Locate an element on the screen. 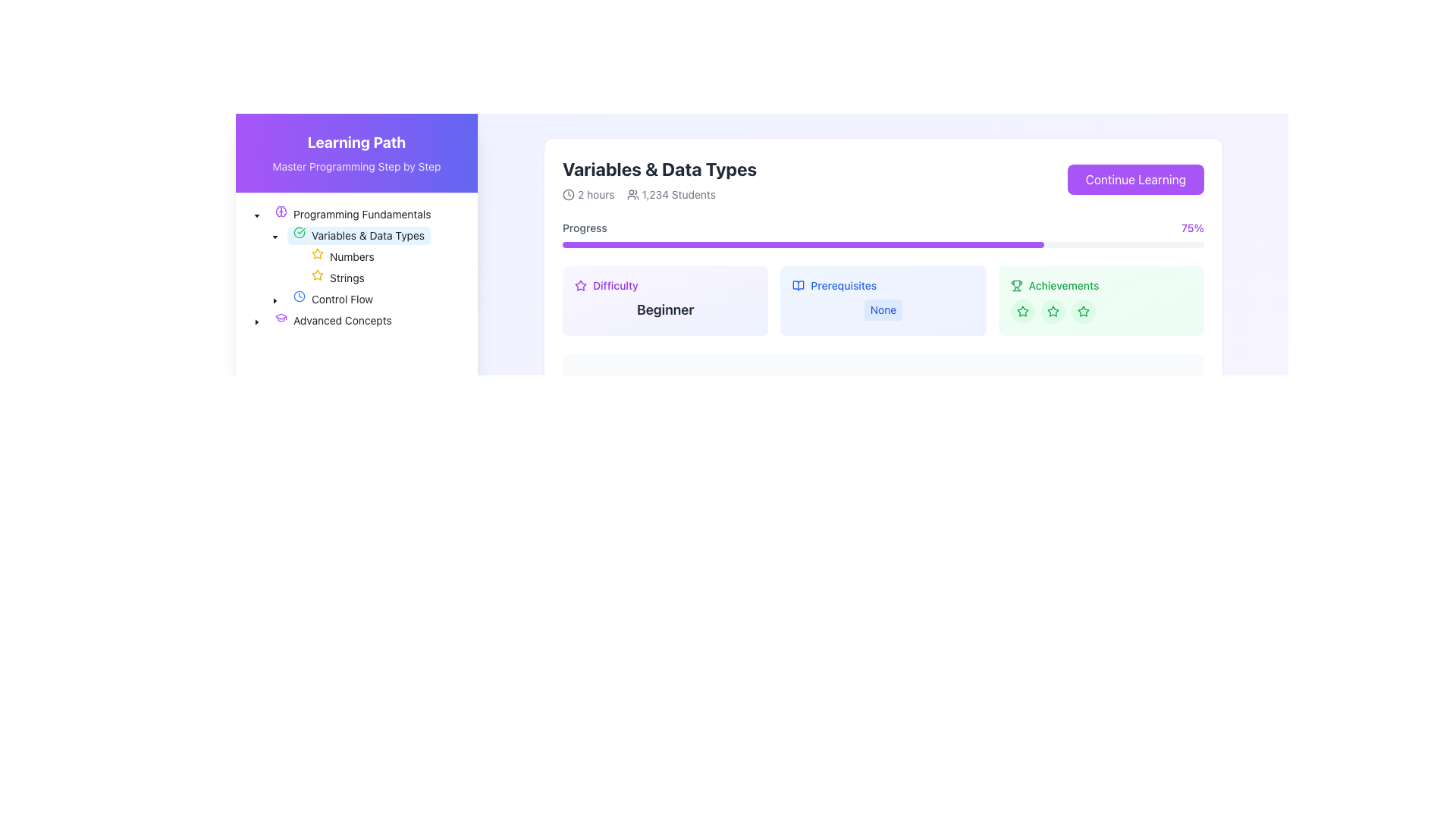  the leftmost star icon is located at coordinates (1051, 309).